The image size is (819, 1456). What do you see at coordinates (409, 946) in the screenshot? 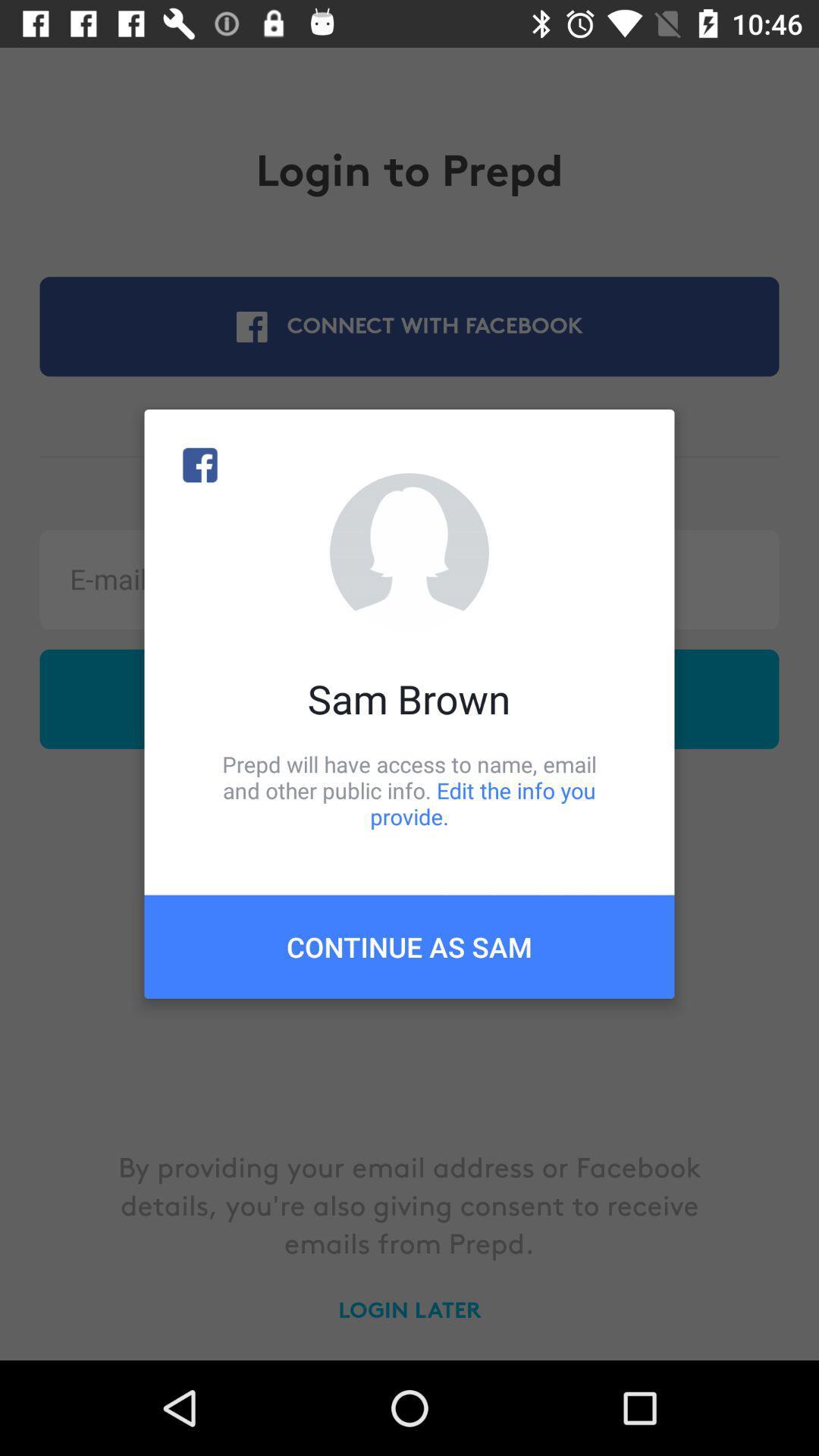
I see `the continue as sam` at bounding box center [409, 946].